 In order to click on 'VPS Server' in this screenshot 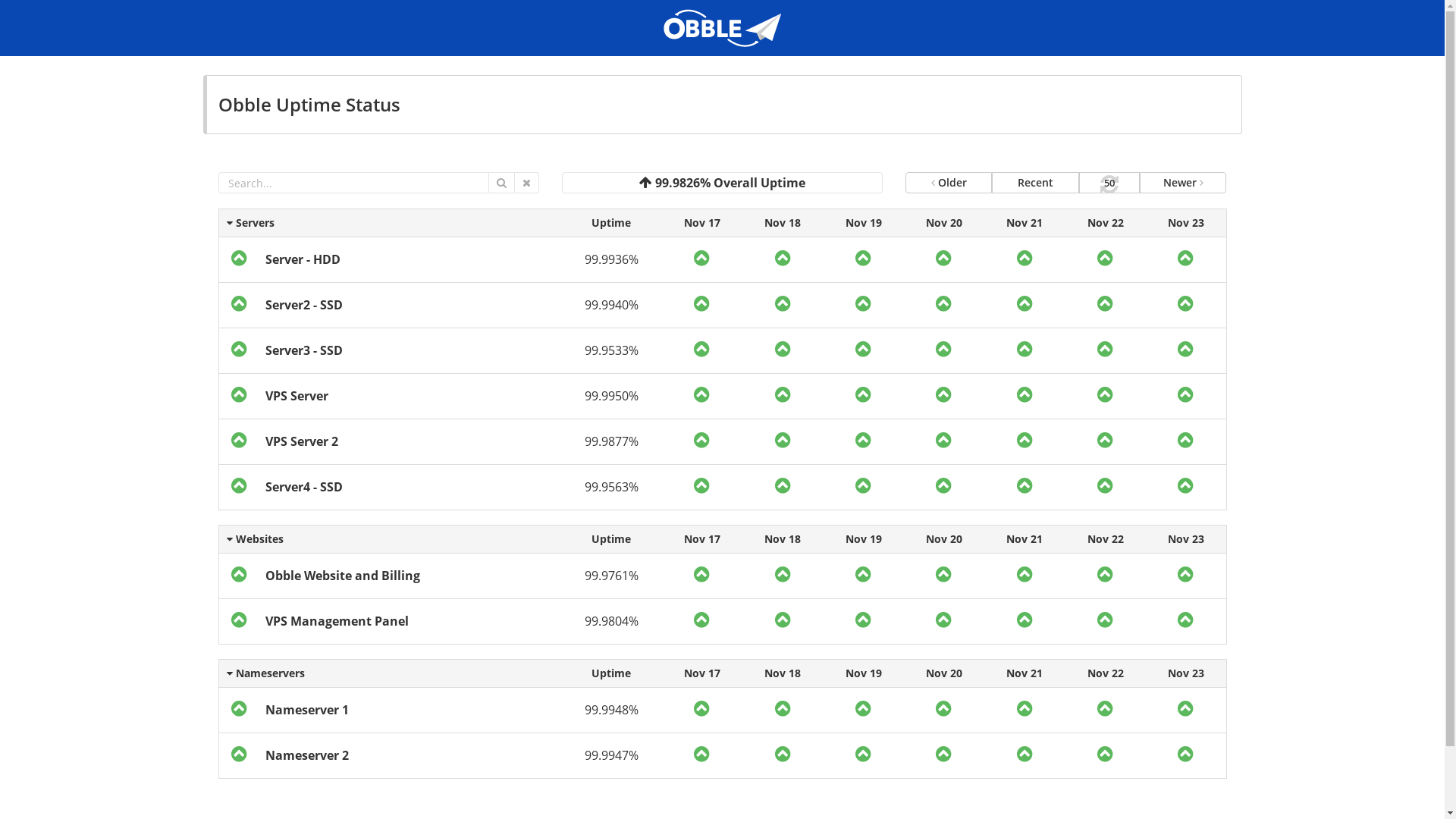, I will do `click(297, 394)`.